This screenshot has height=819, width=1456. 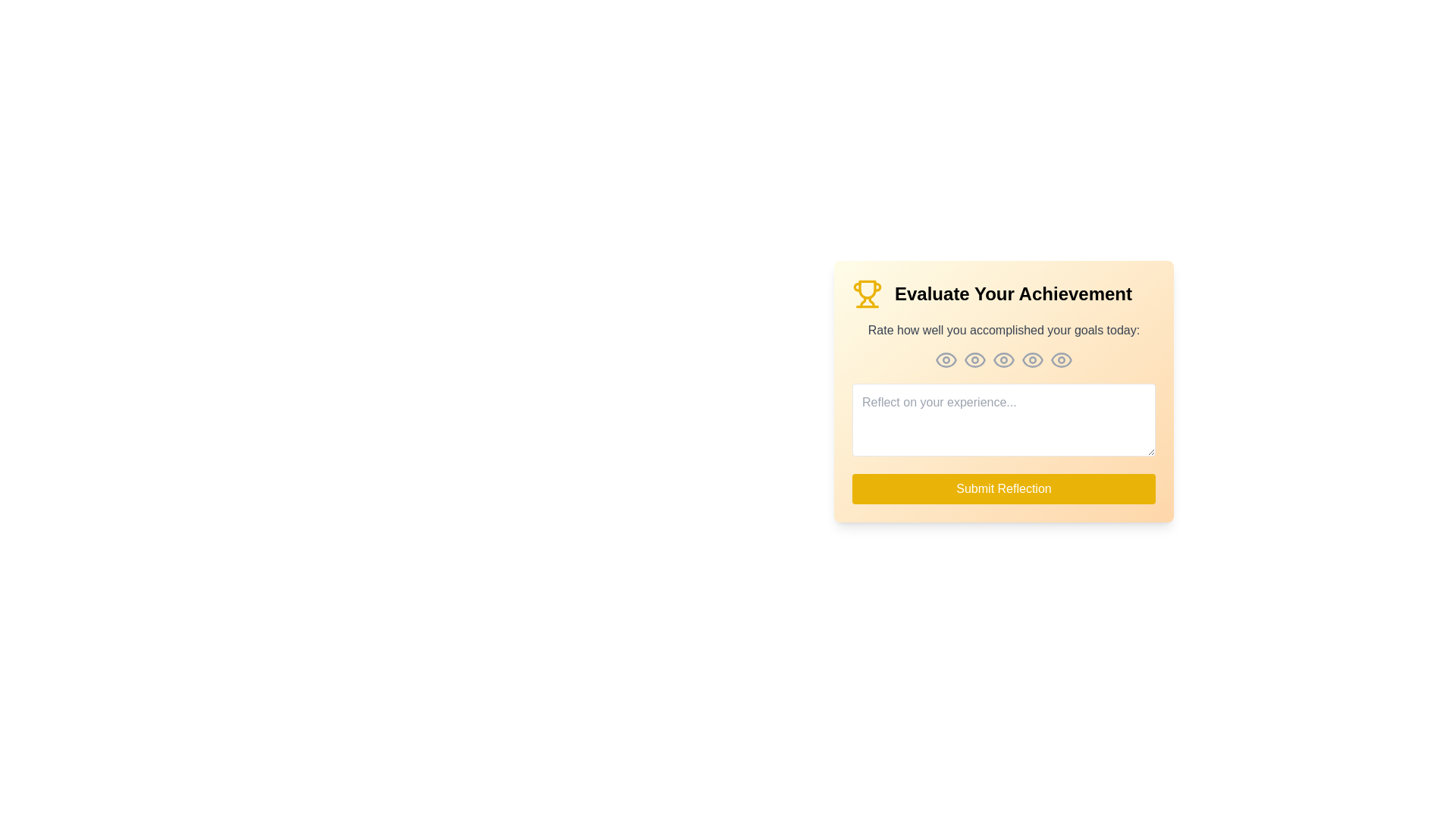 I want to click on the eye icon corresponding to the rating level 1 to set the rating, so click(x=946, y=359).